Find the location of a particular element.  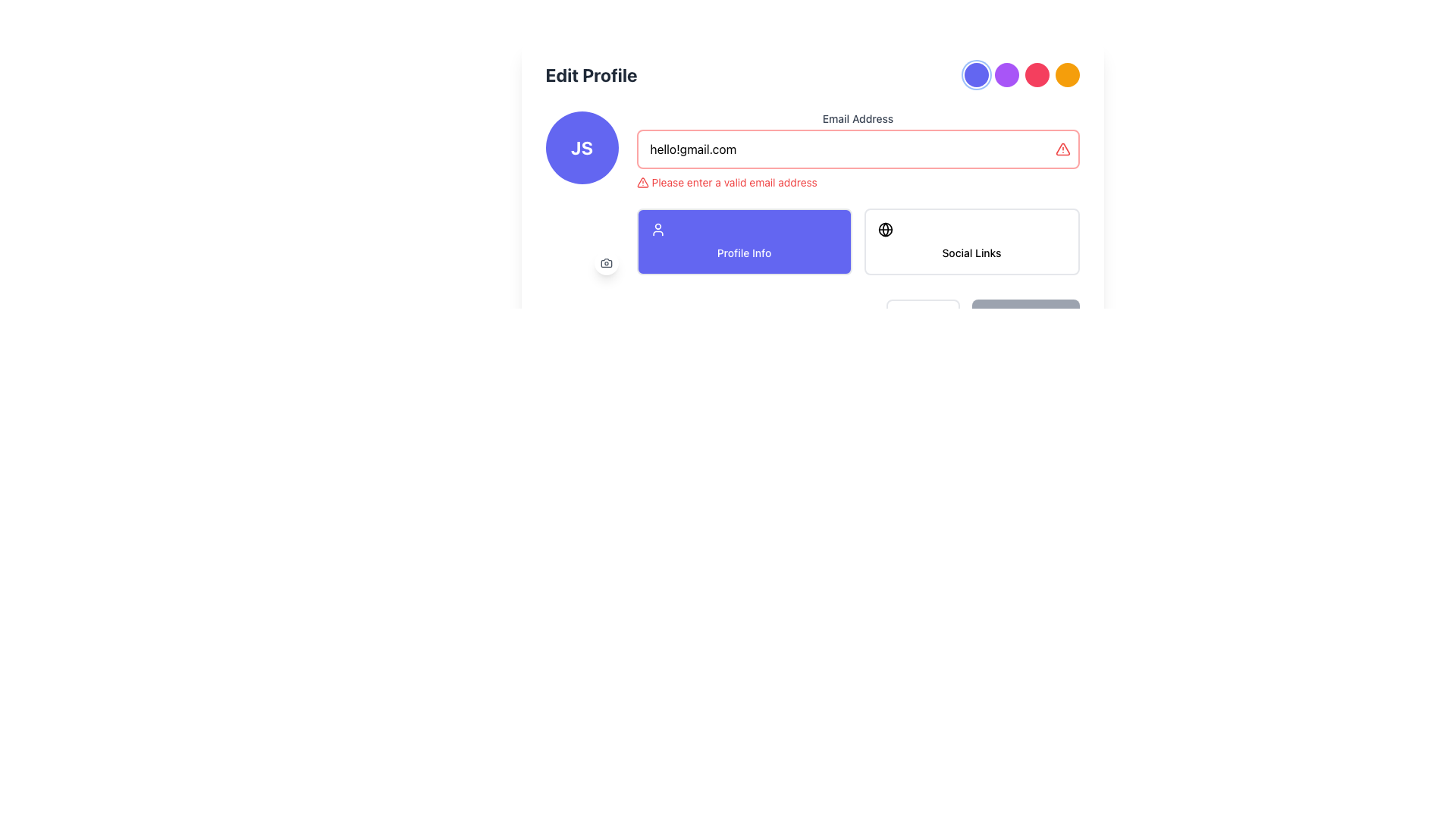

error message displayed in red beneath the email input field, which includes an alert icon on the left is located at coordinates (858, 181).